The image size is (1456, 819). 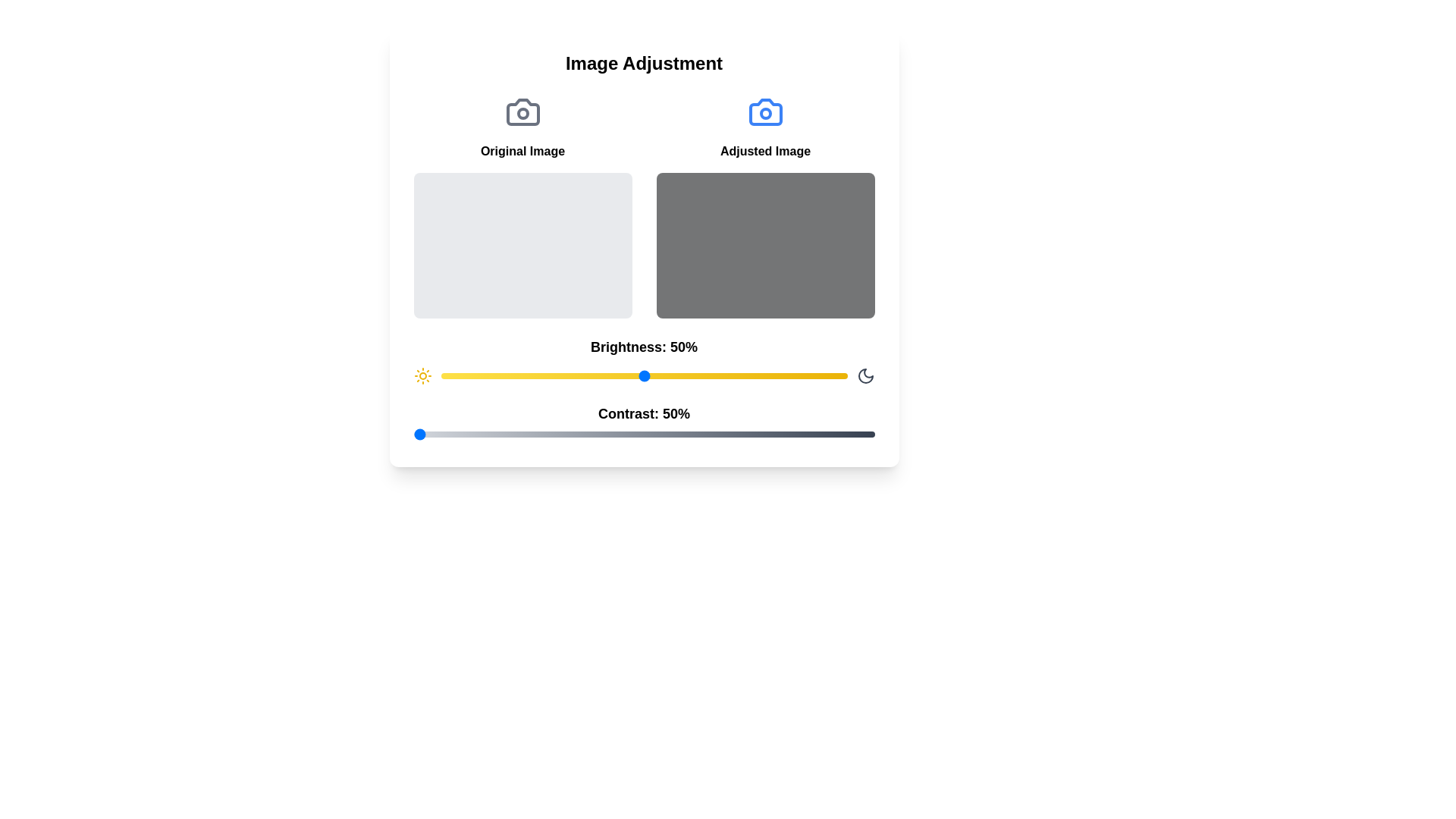 What do you see at coordinates (522, 152) in the screenshot?
I see `text of the Text label that identifies the original image display, positioned below the camera icon and aligned with the 'Adjusted Image' label` at bounding box center [522, 152].